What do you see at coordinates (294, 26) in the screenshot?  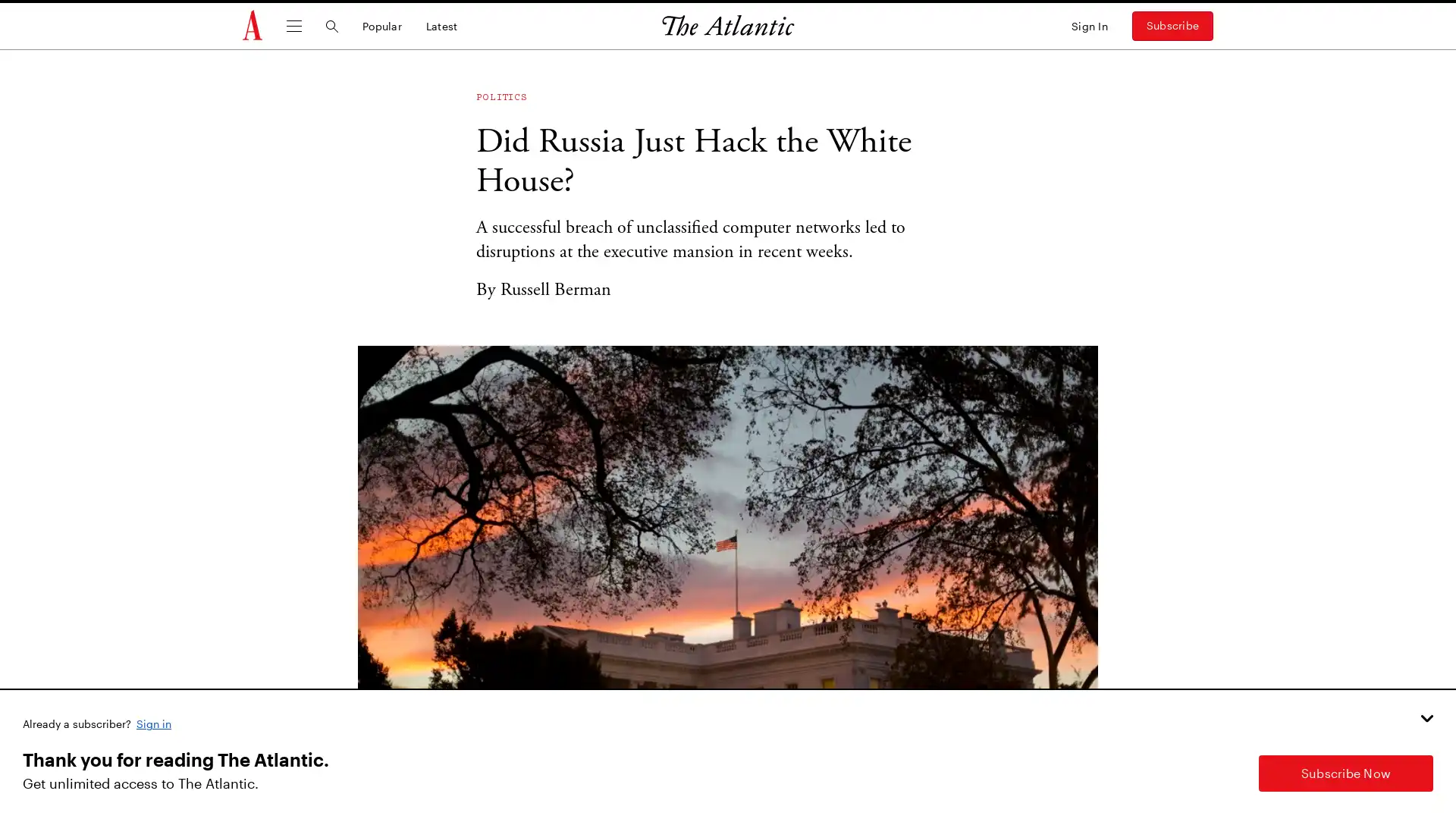 I see `Open Main Menu` at bounding box center [294, 26].